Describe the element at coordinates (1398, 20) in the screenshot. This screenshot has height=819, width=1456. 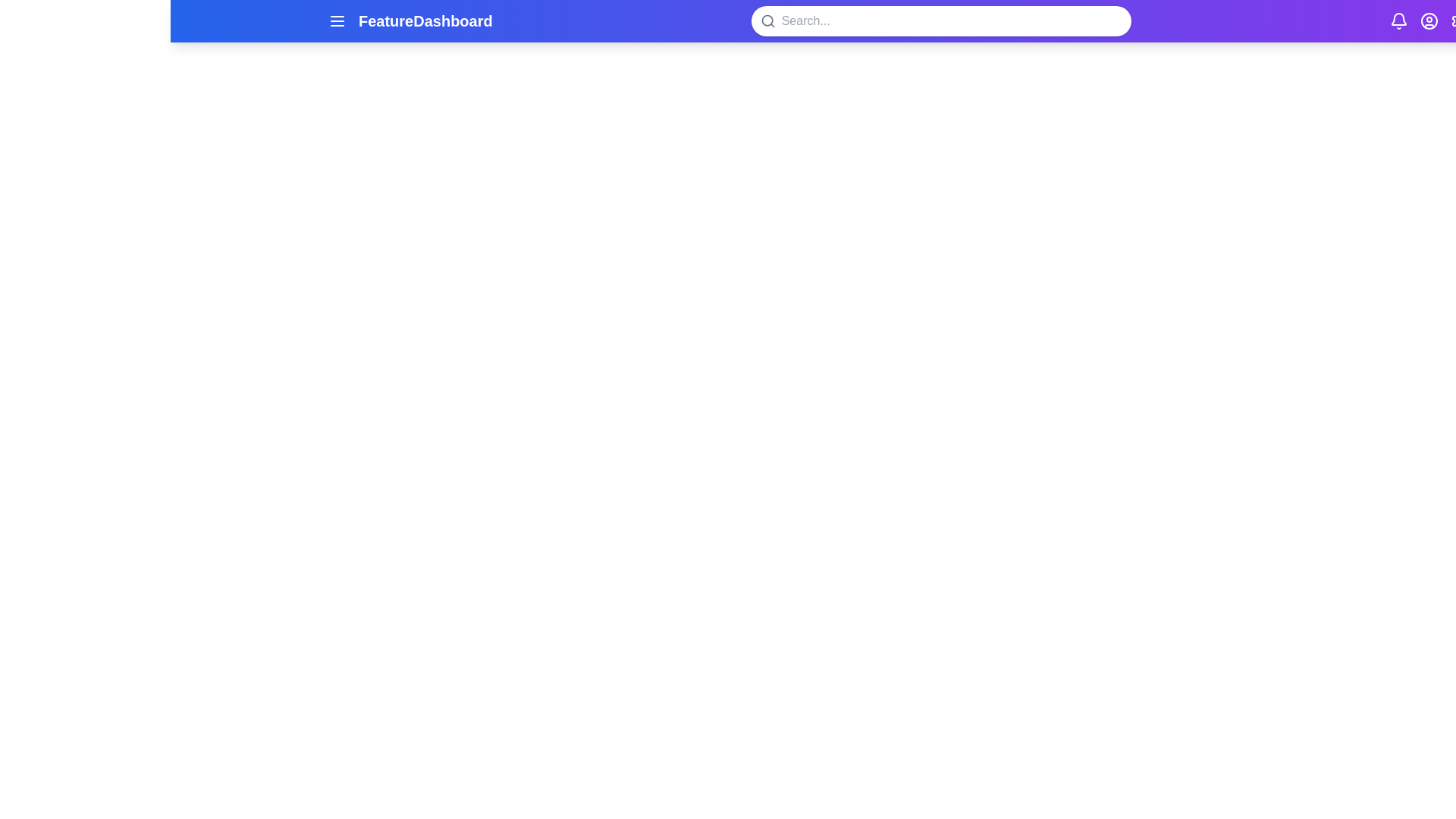
I see `the Notification Bell icon located at the top-right corner of the interface, adjacent to the user profile and settings gear icons` at that location.